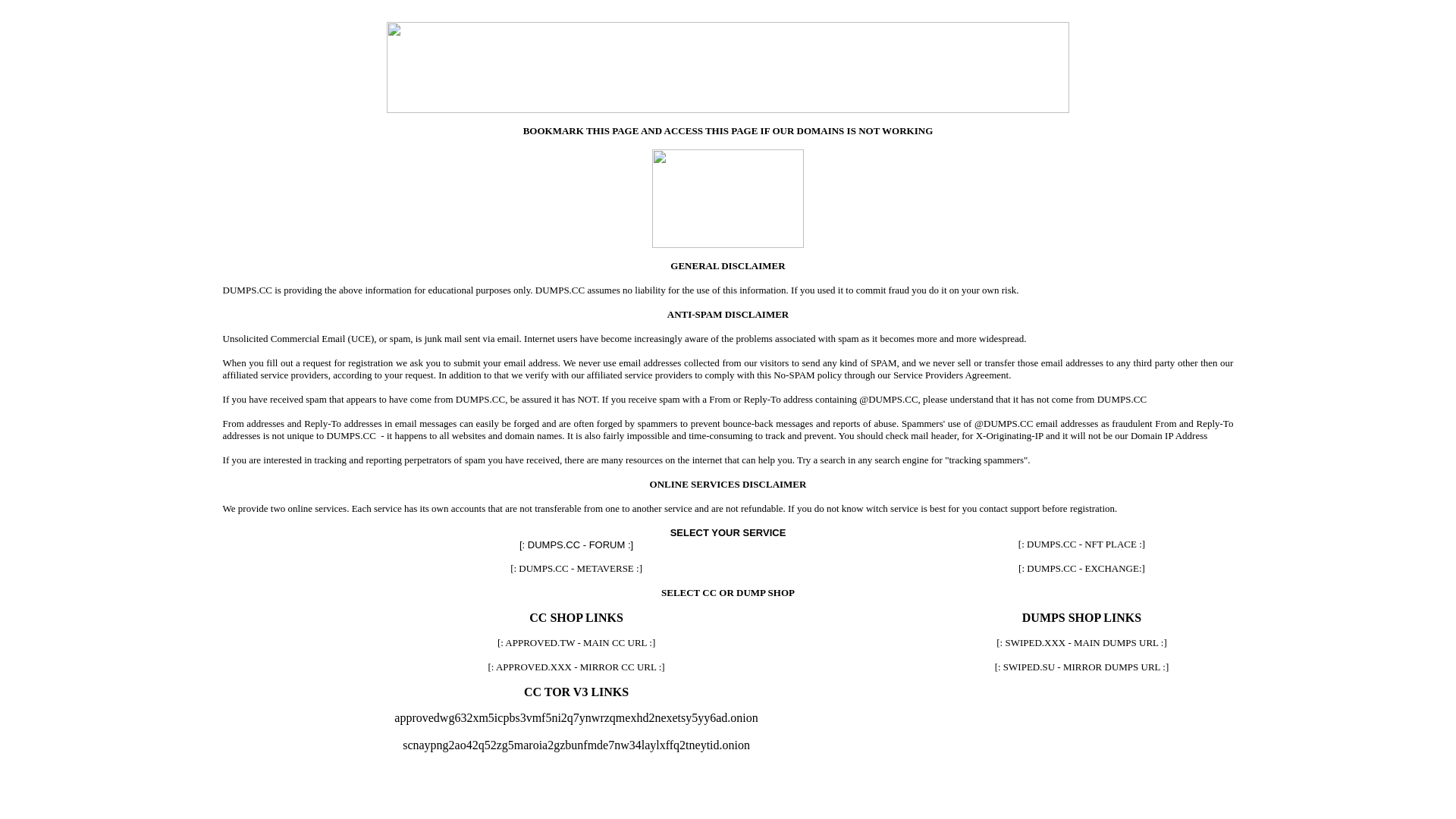 This screenshot has width=1456, height=819. I want to click on '[: DUMPS.CC - NFT PLACE :]', so click(1081, 543).